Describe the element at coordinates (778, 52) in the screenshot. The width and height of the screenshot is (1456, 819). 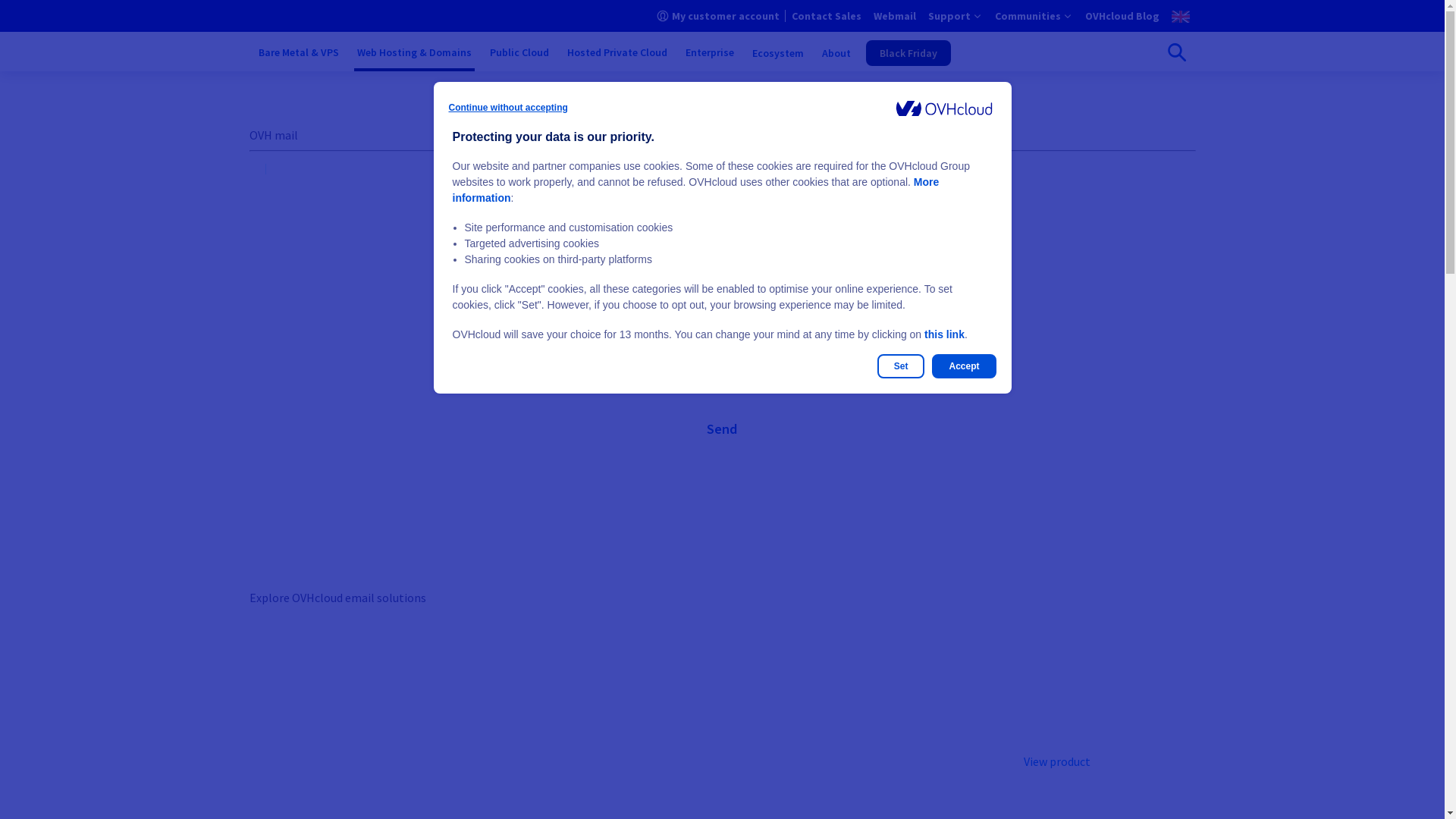
I see `'Ecosystem'` at that location.